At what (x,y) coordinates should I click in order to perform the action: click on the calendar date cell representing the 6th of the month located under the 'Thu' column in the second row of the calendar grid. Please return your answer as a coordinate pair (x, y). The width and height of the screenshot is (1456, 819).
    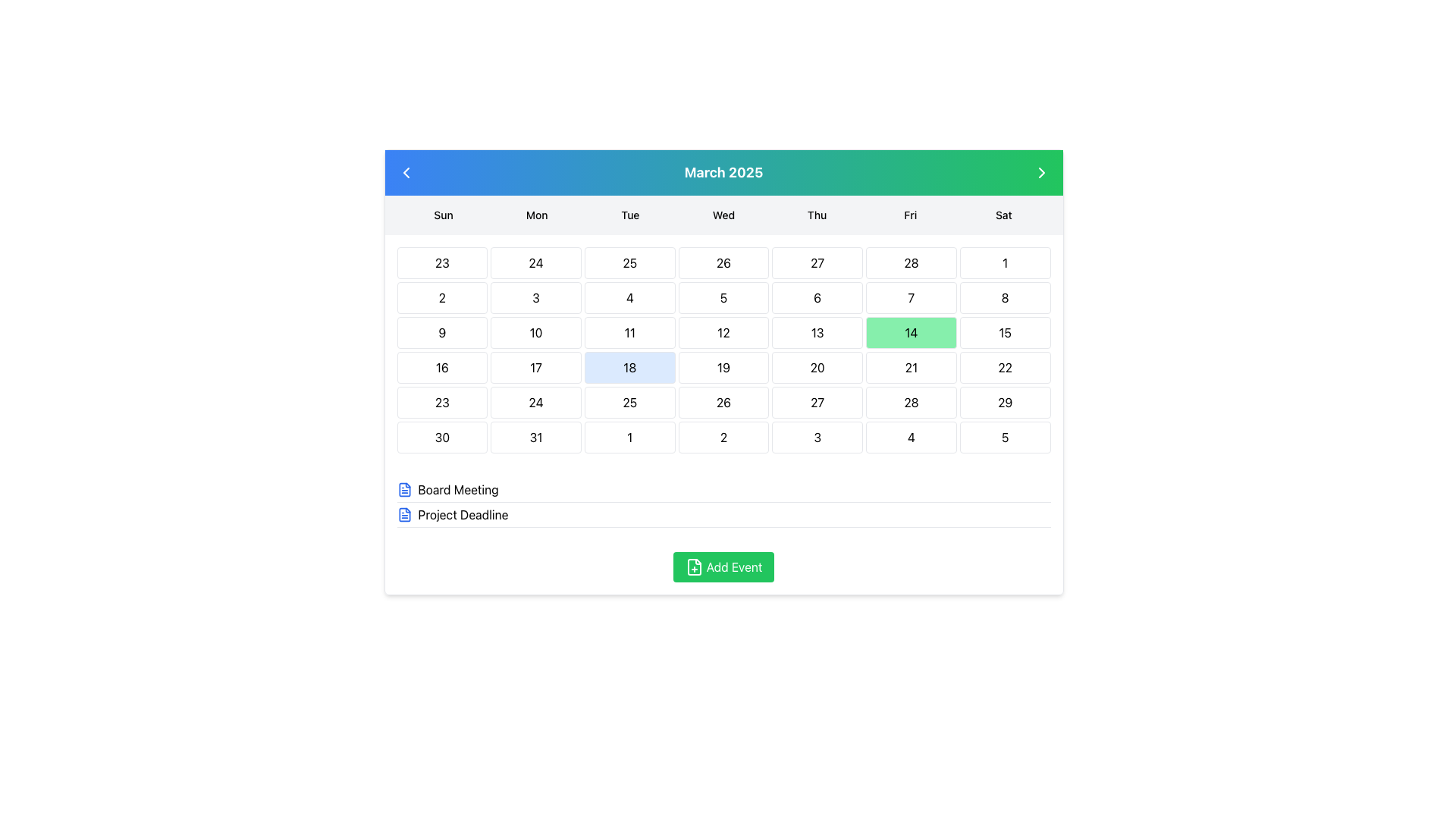
    Looking at the image, I should click on (817, 298).